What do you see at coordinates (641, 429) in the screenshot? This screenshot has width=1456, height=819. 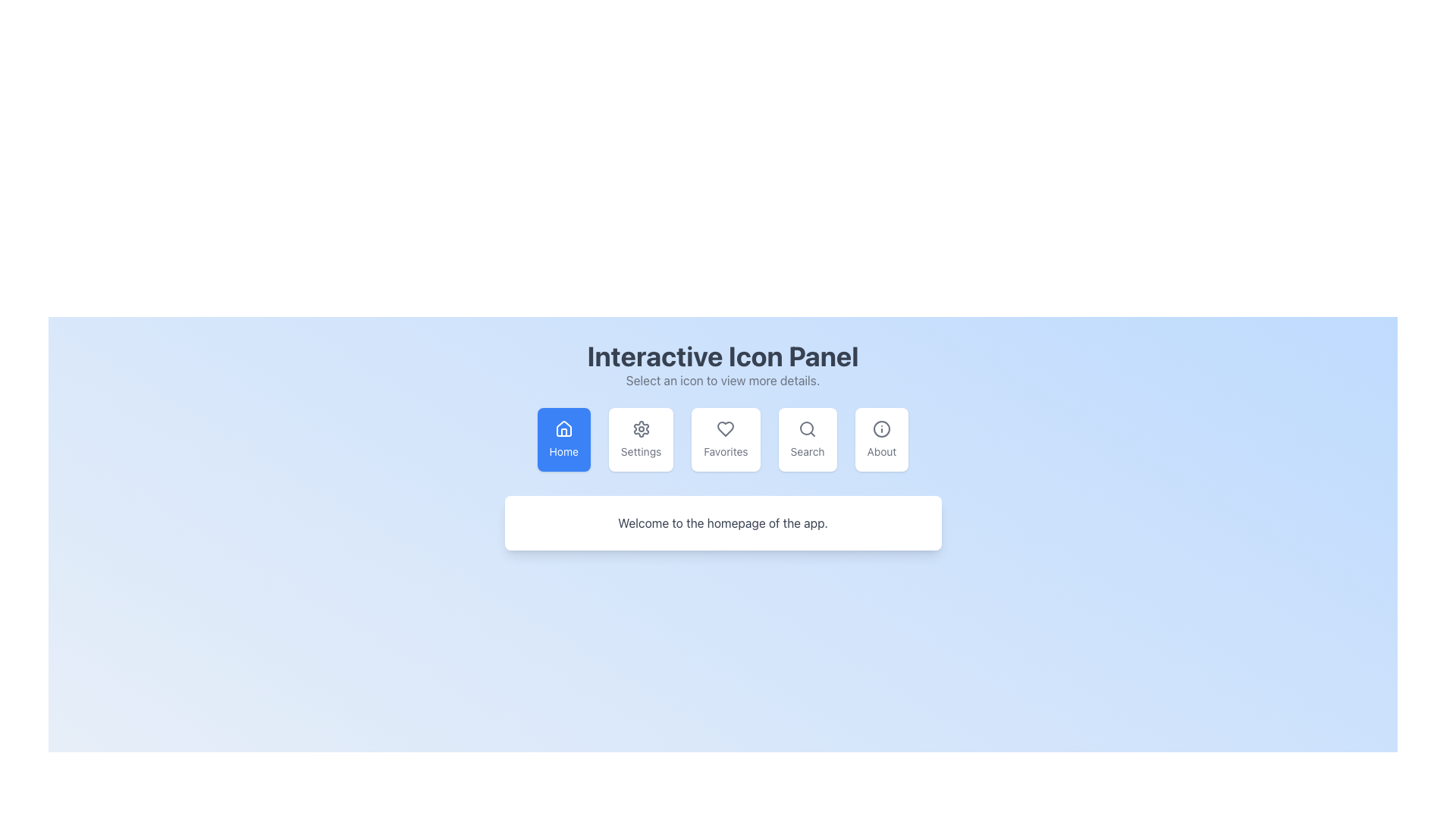 I see `the settings icon located at the top of the 'Settings' card` at bounding box center [641, 429].